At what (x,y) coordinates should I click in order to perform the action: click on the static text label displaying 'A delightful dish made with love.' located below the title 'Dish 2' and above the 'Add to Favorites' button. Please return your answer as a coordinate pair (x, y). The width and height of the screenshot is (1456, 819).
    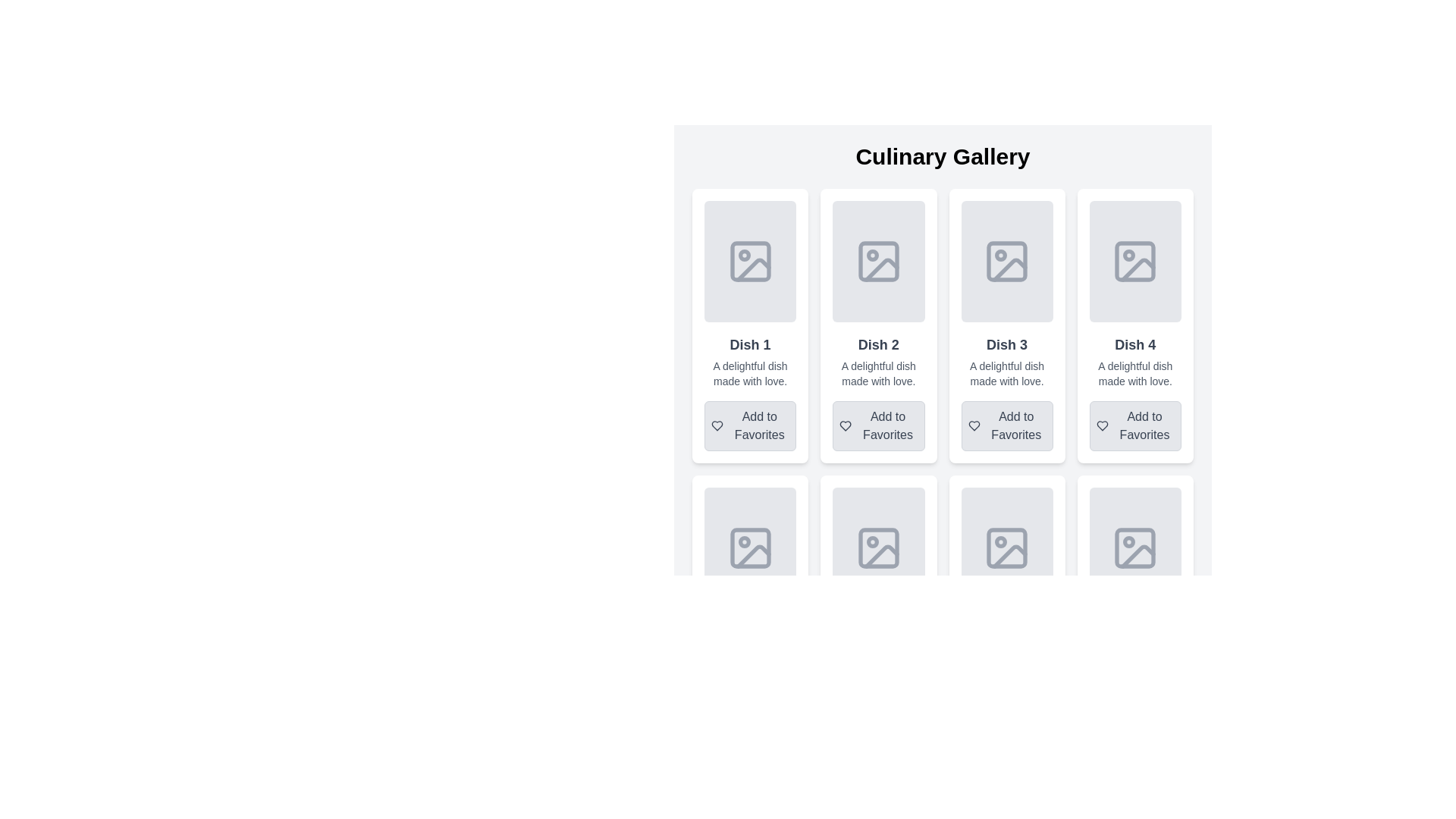
    Looking at the image, I should click on (878, 374).